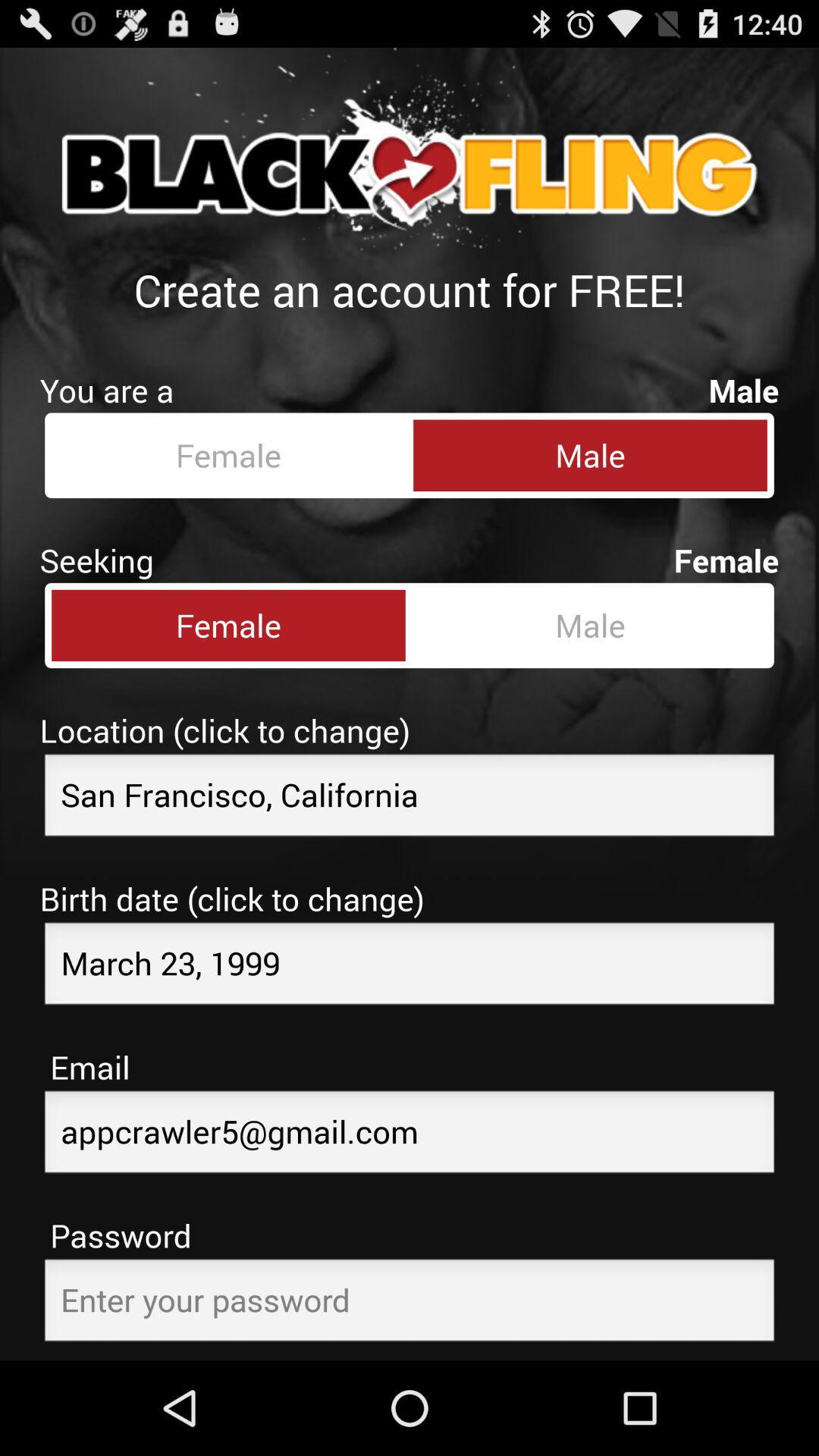 The image size is (819, 1456). I want to click on birthdate, so click(409, 967).